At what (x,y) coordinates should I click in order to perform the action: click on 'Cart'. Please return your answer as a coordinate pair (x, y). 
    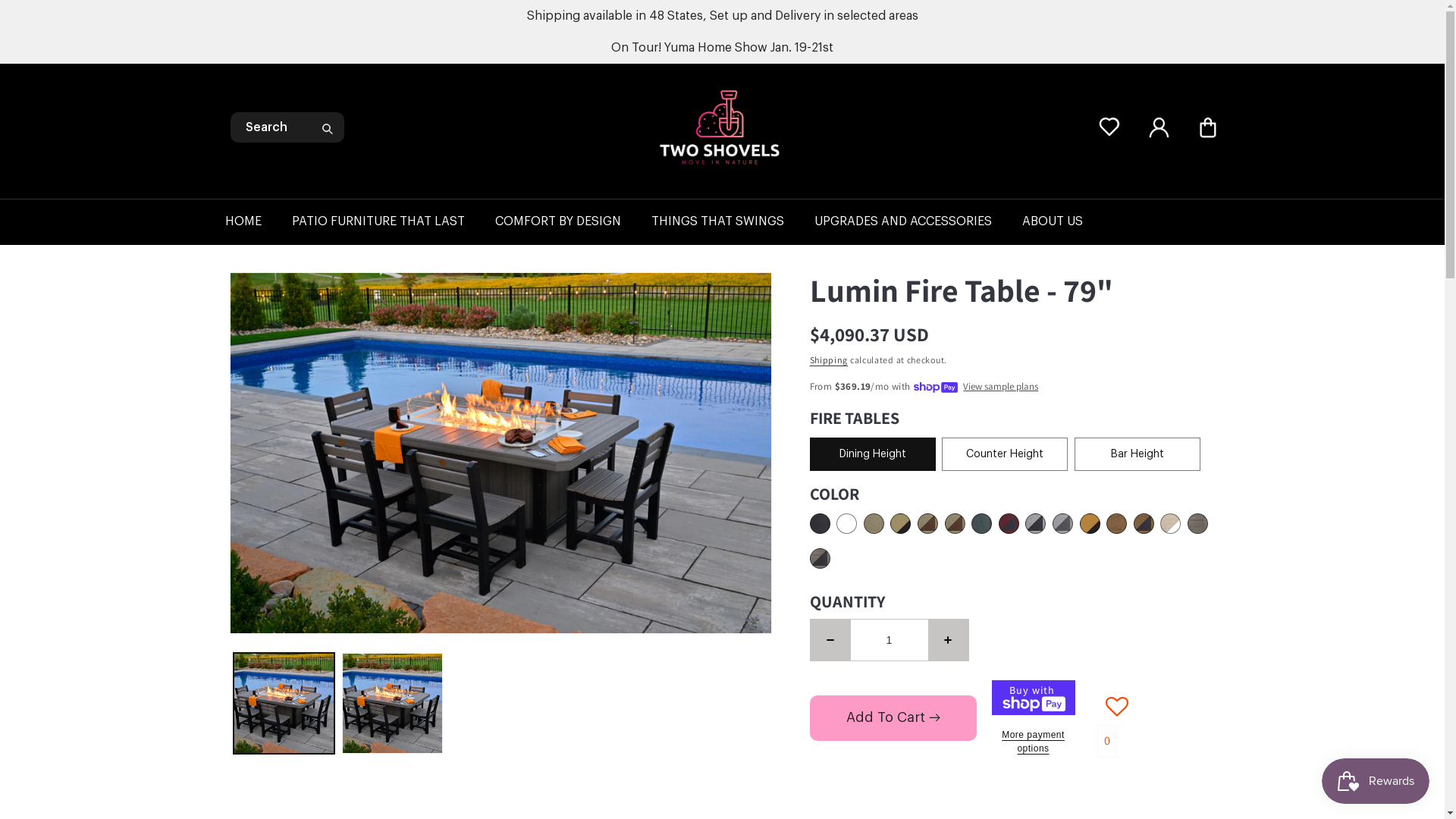
    Looking at the image, I should click on (1207, 127).